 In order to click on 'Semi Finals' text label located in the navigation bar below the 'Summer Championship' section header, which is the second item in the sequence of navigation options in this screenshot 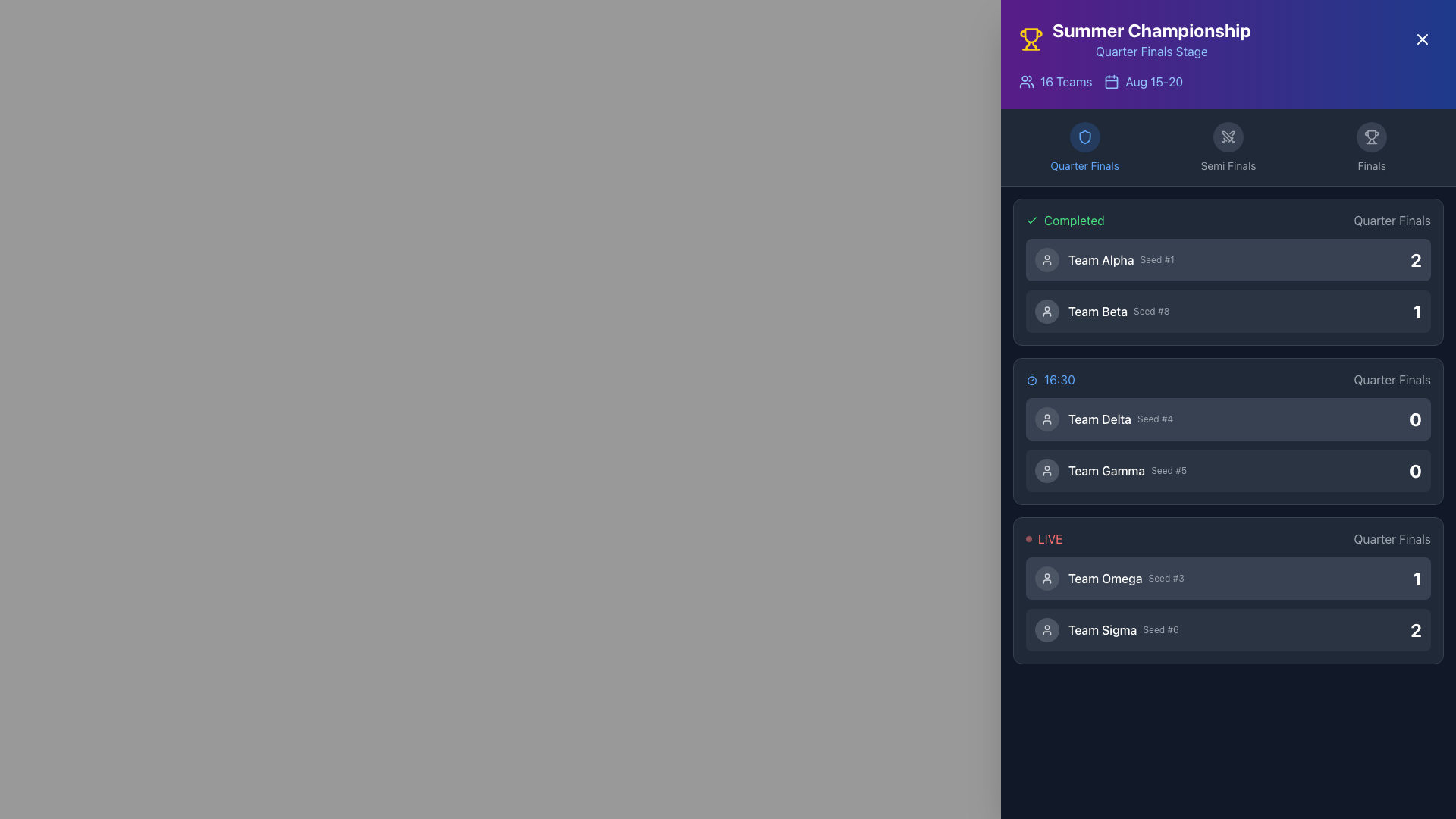, I will do `click(1228, 166)`.